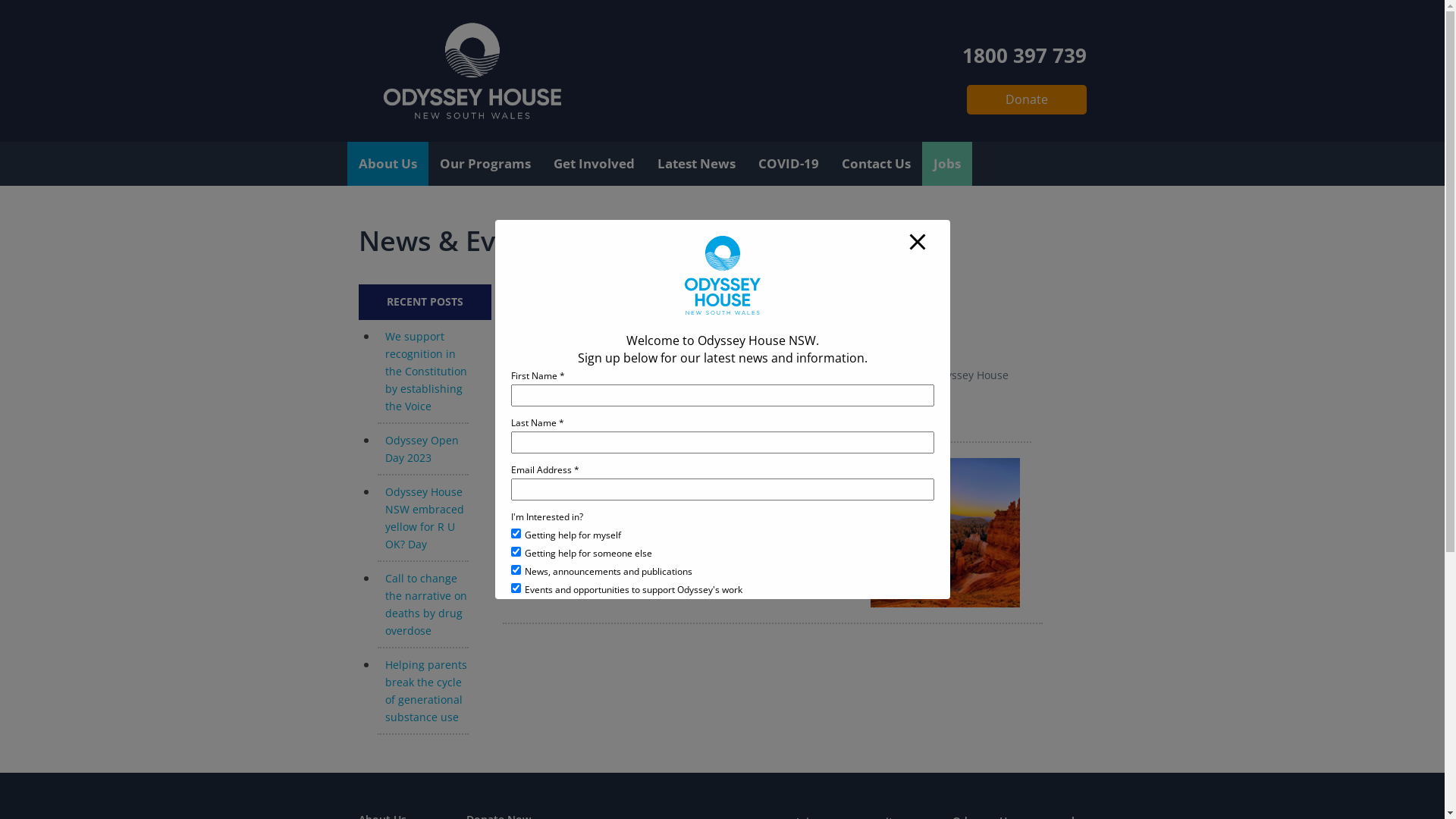 The height and width of the screenshot is (819, 1456). Describe the element at coordinates (388, 164) in the screenshot. I see `'About Us'` at that location.